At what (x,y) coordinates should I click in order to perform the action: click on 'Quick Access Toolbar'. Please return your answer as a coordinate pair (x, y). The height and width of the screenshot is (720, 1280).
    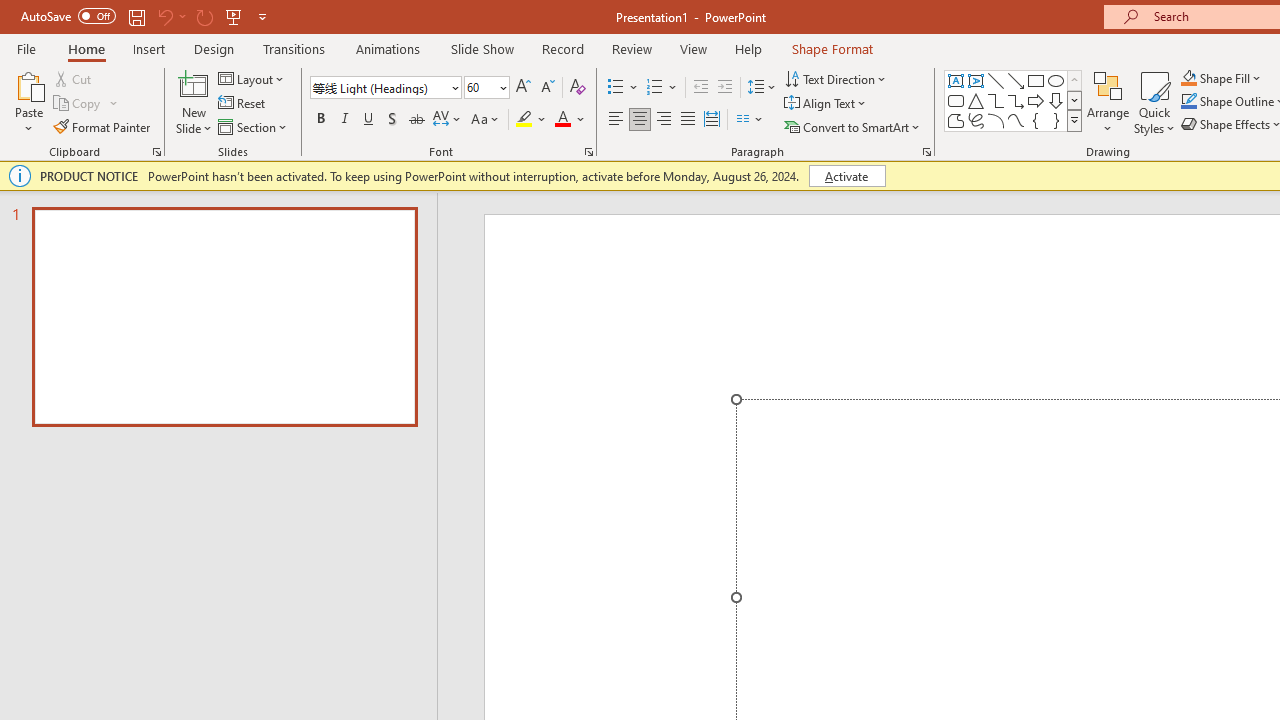
    Looking at the image, I should click on (144, 16).